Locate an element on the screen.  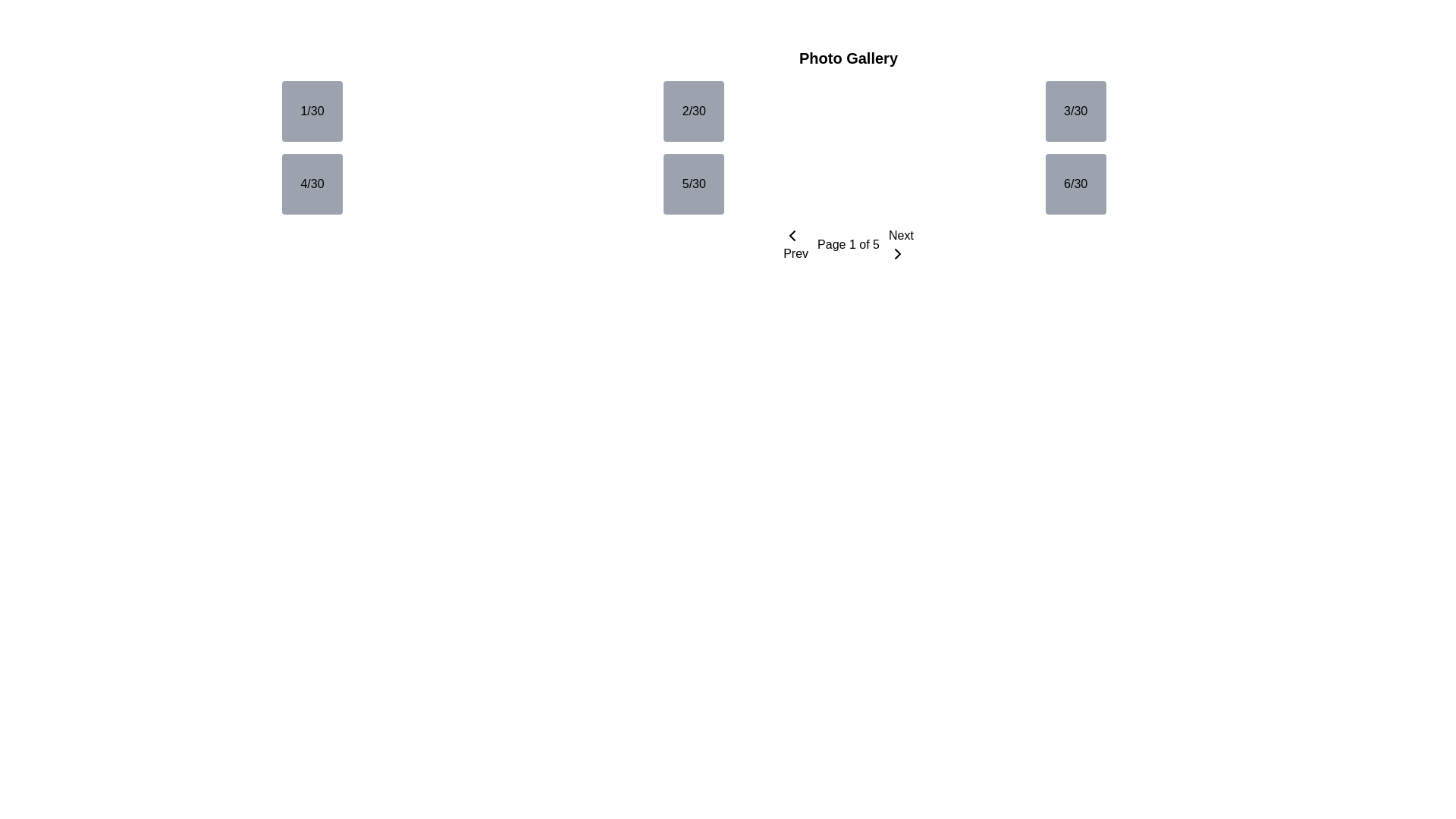
the Display label or indicator showing '2/30' in the Photo Gallery, which is located in the first row and second column of the grid is located at coordinates (693, 110).